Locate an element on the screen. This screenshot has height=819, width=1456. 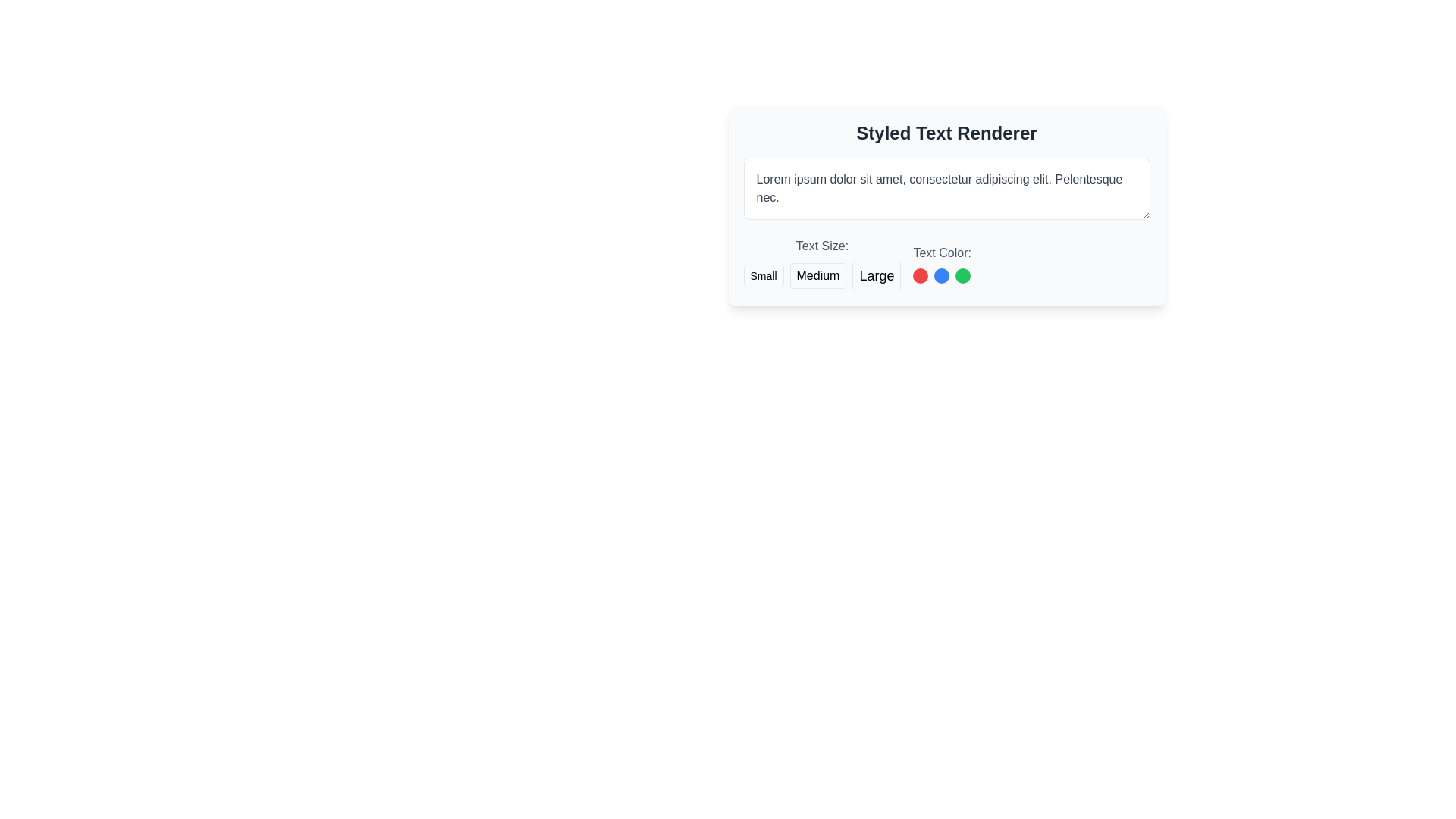
the text label reading 'Text Size:' which is styled in gray and located above the buttons for selecting text sizes is located at coordinates (821, 245).